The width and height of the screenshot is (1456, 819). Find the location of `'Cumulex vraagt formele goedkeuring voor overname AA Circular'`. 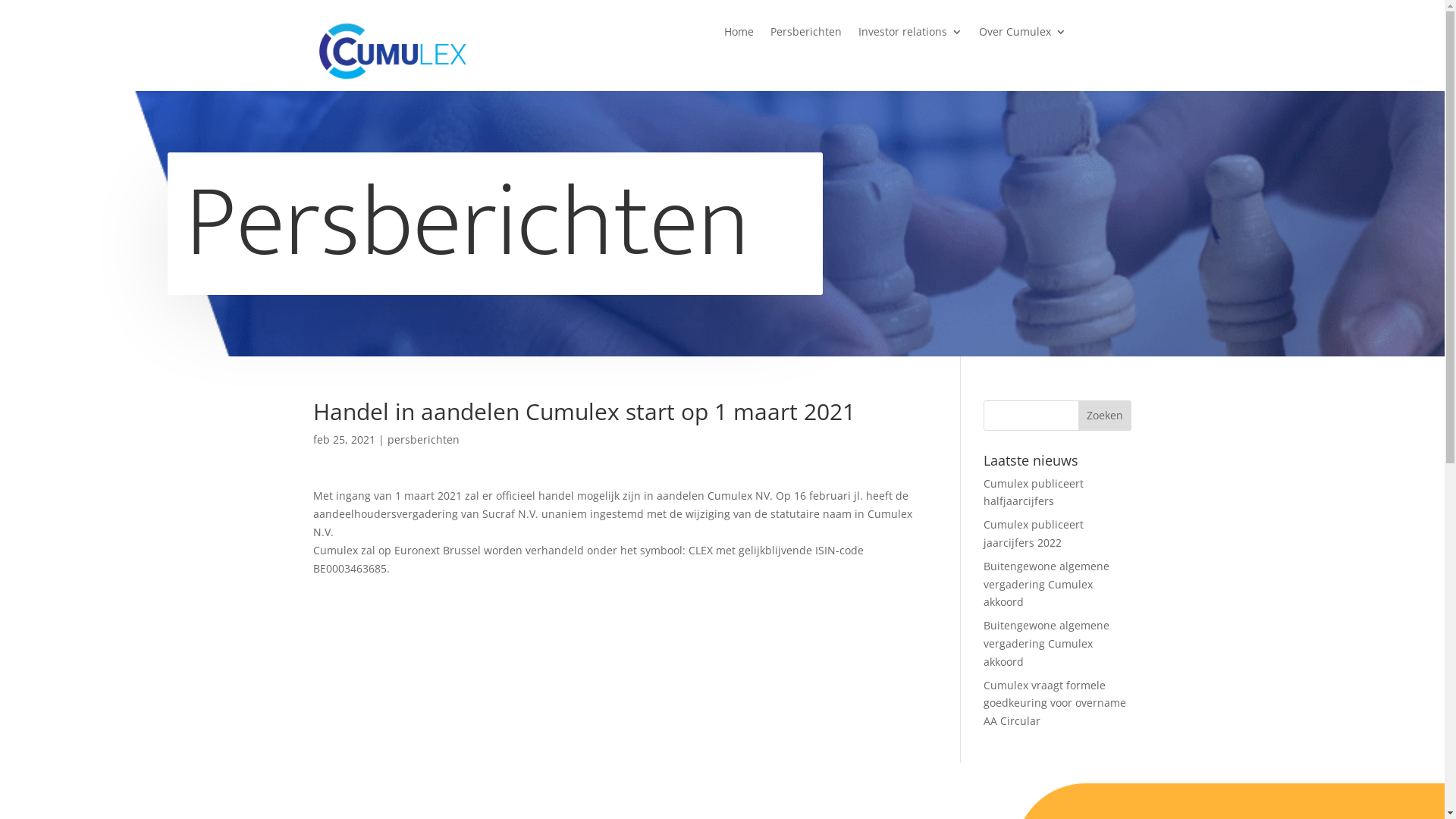

'Cumulex vraagt formele goedkeuring voor overname AA Circular' is located at coordinates (1054, 703).